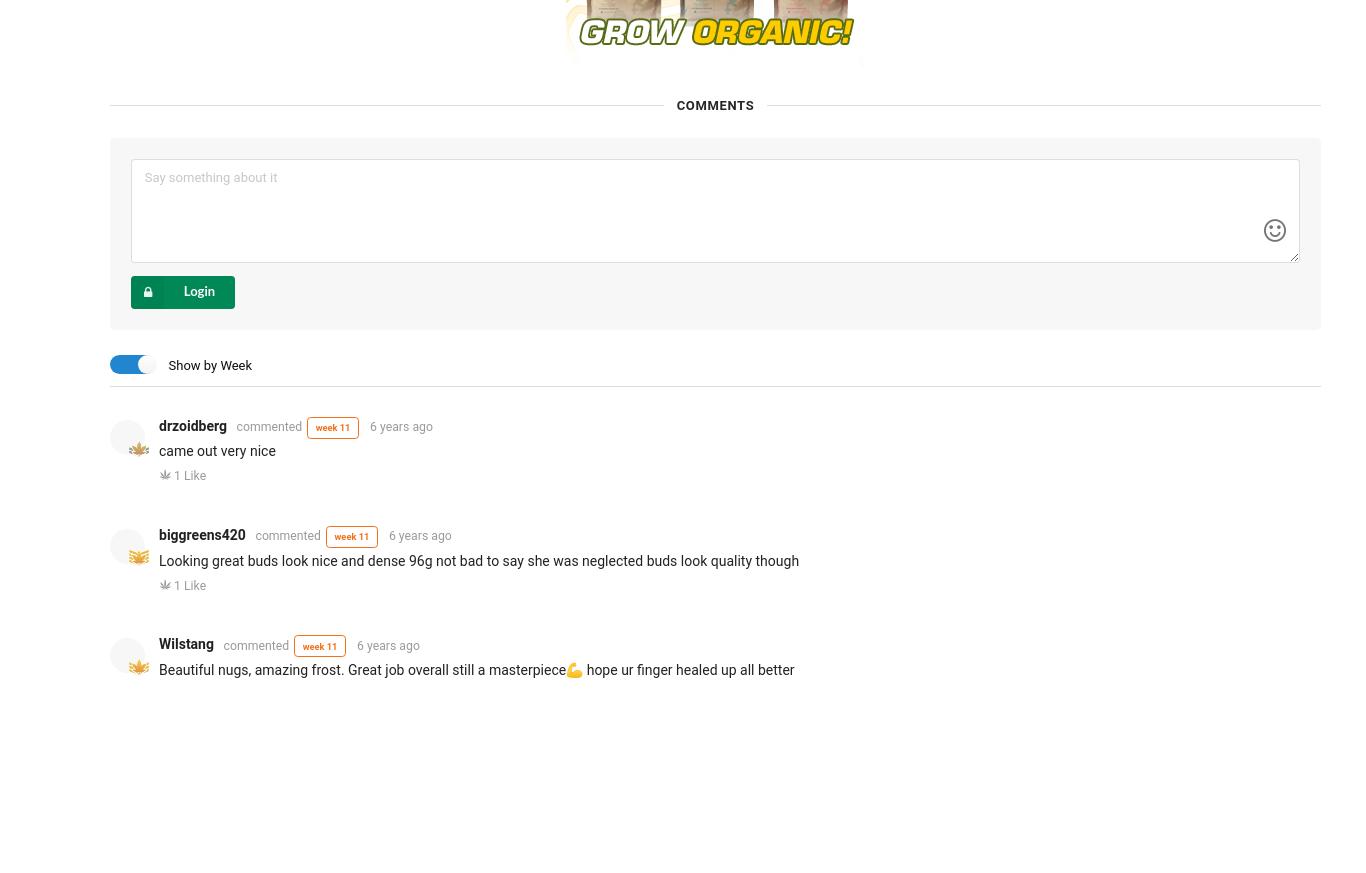 Image resolution: width=1366 pixels, height=873 pixels. I want to click on 'came out very nice', so click(216, 450).